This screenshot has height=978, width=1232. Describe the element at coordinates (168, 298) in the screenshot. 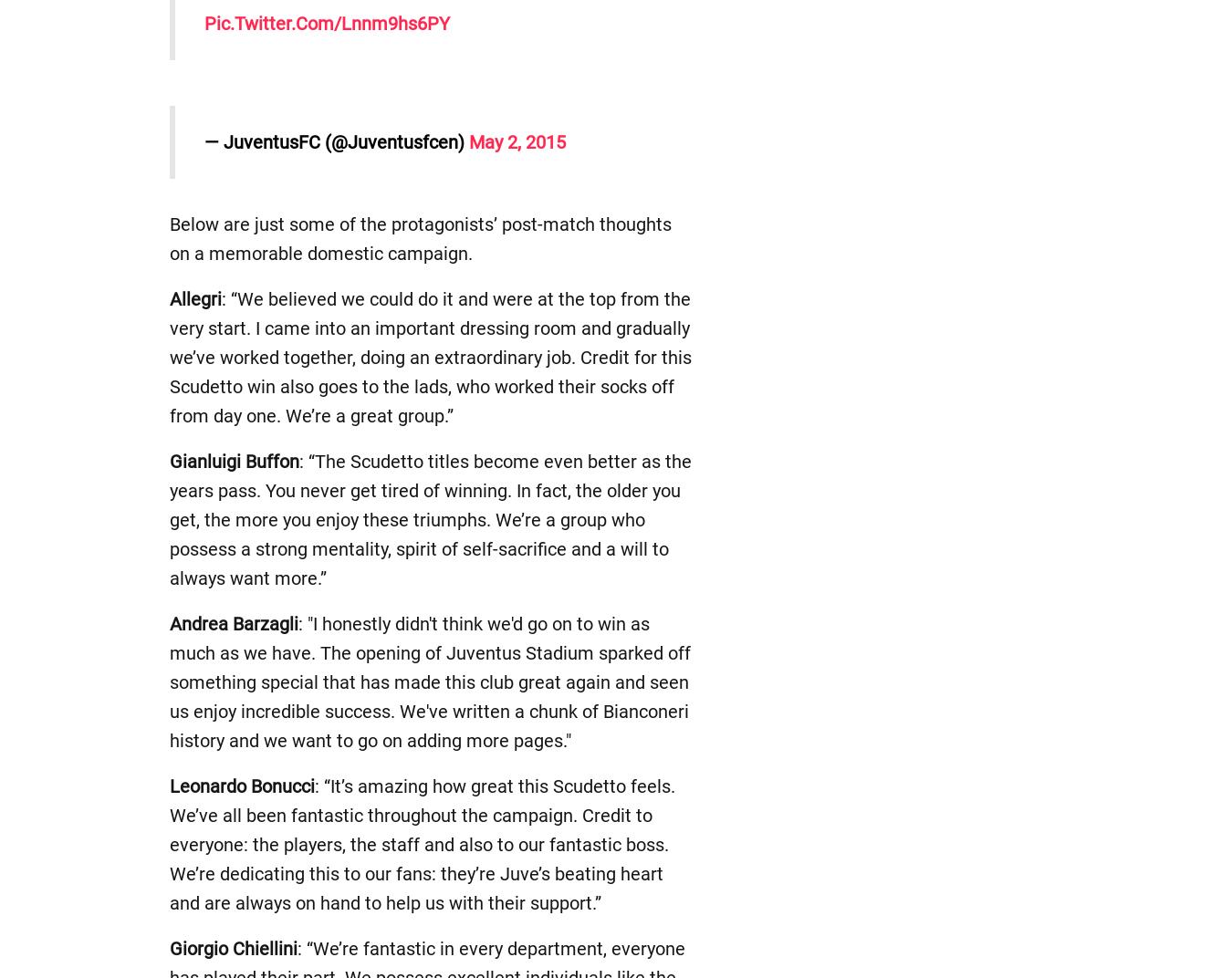

I see `'Allegri'` at that location.